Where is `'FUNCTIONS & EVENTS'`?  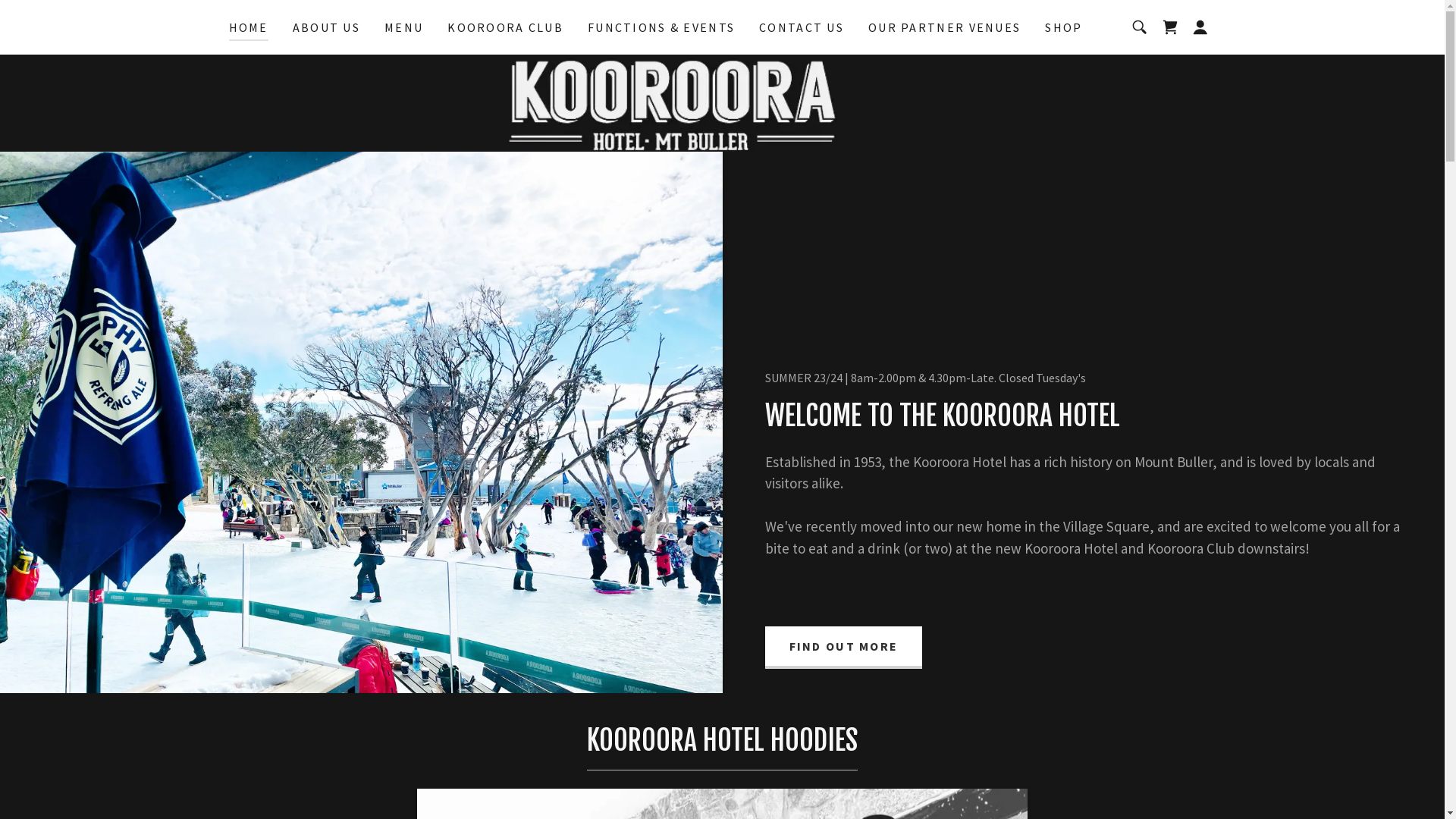 'FUNCTIONS & EVENTS' is located at coordinates (661, 27).